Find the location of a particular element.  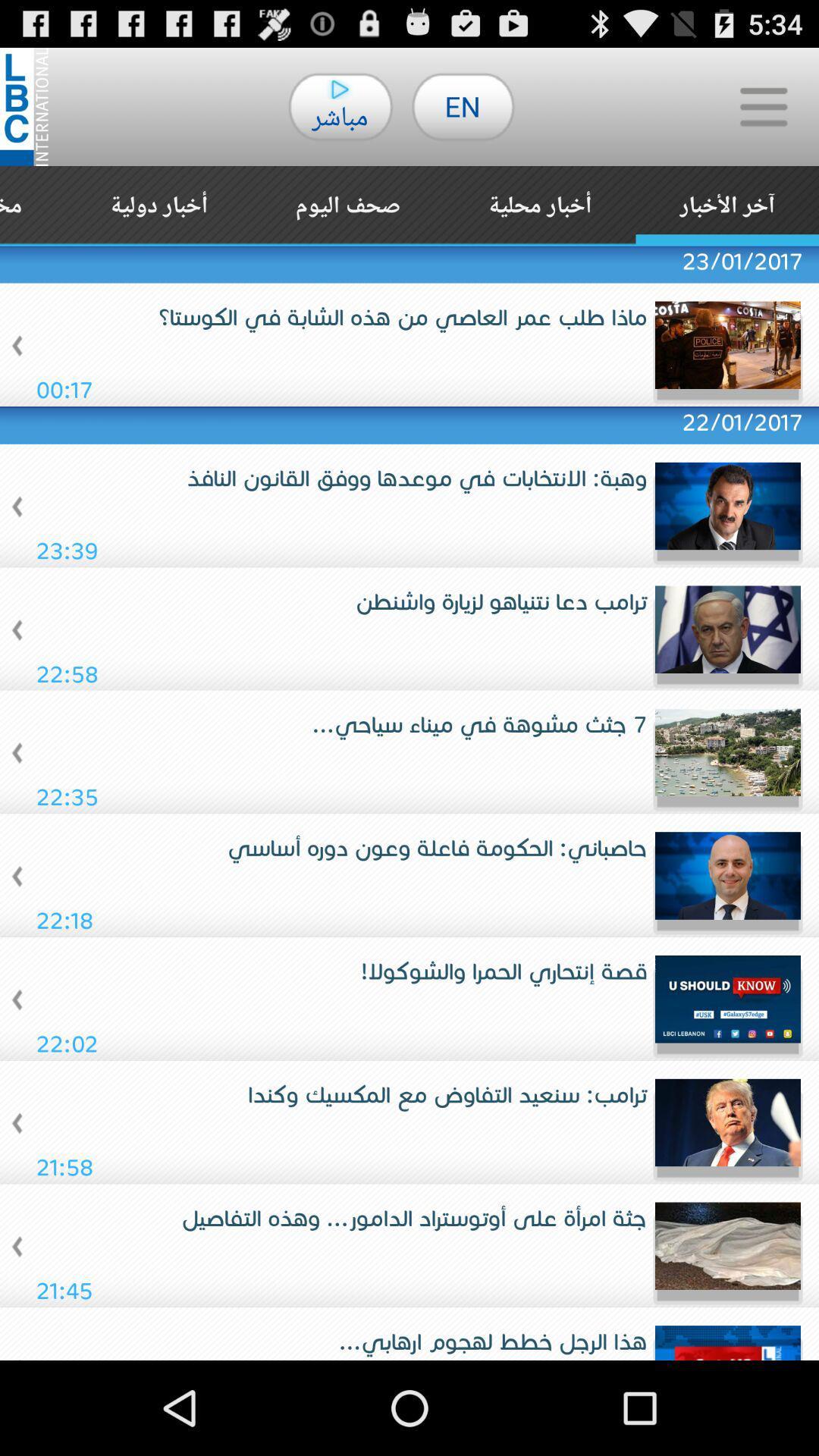

icon to the right of en item is located at coordinates (763, 105).